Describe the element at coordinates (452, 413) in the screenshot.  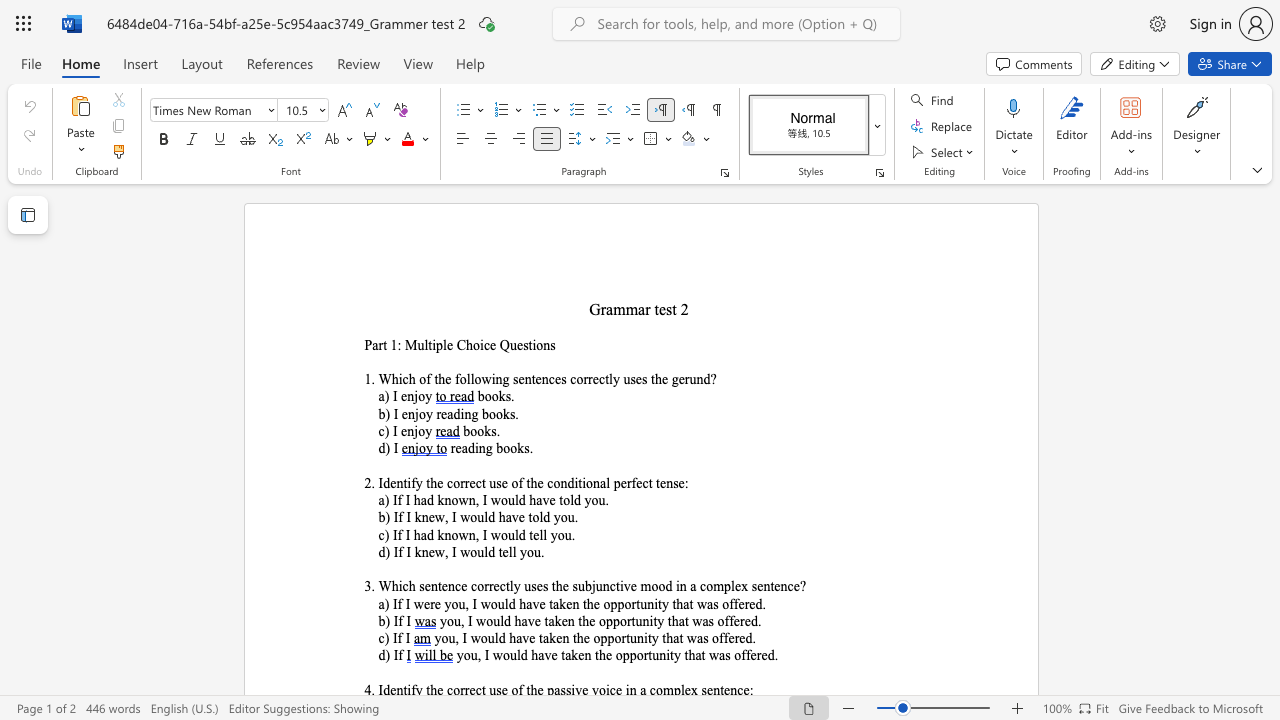
I see `the space between the continuous character "a" and "d" in the text` at that location.